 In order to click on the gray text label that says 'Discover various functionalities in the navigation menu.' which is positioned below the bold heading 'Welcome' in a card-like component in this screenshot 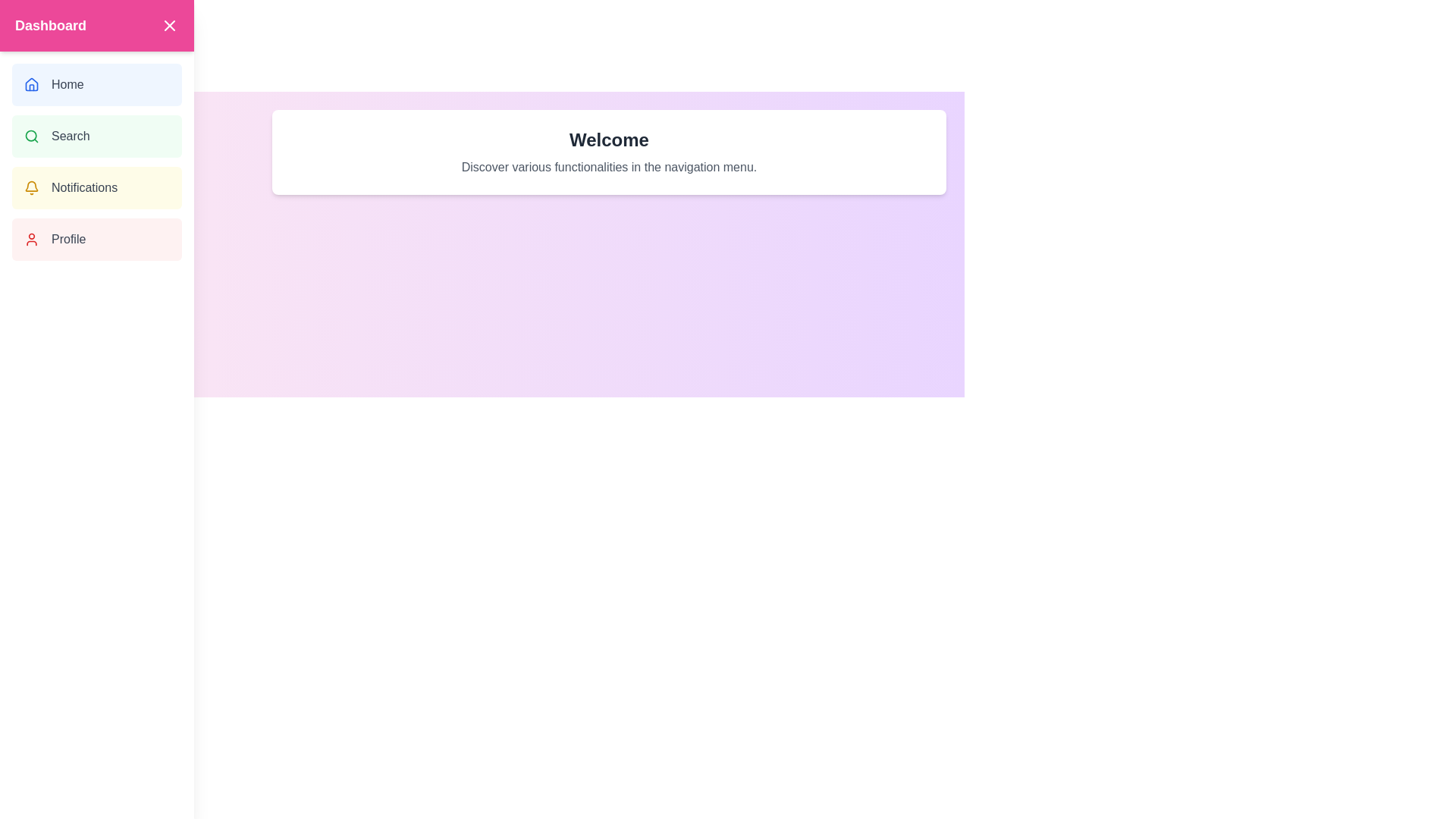, I will do `click(609, 167)`.